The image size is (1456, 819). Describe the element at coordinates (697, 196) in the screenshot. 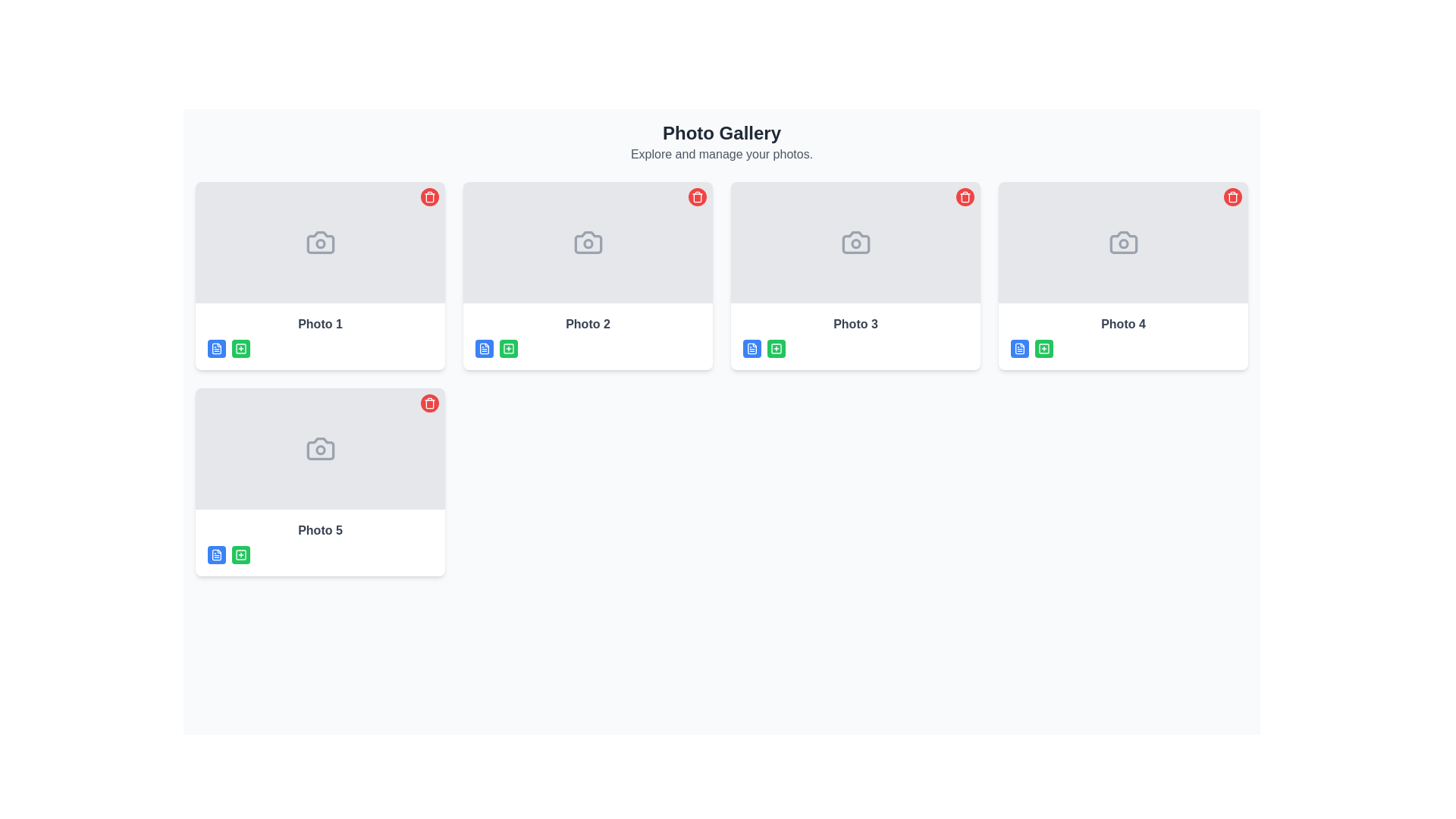

I see `the delete button located in the top-right corner of the card labeled 'Photo 2'` at that location.